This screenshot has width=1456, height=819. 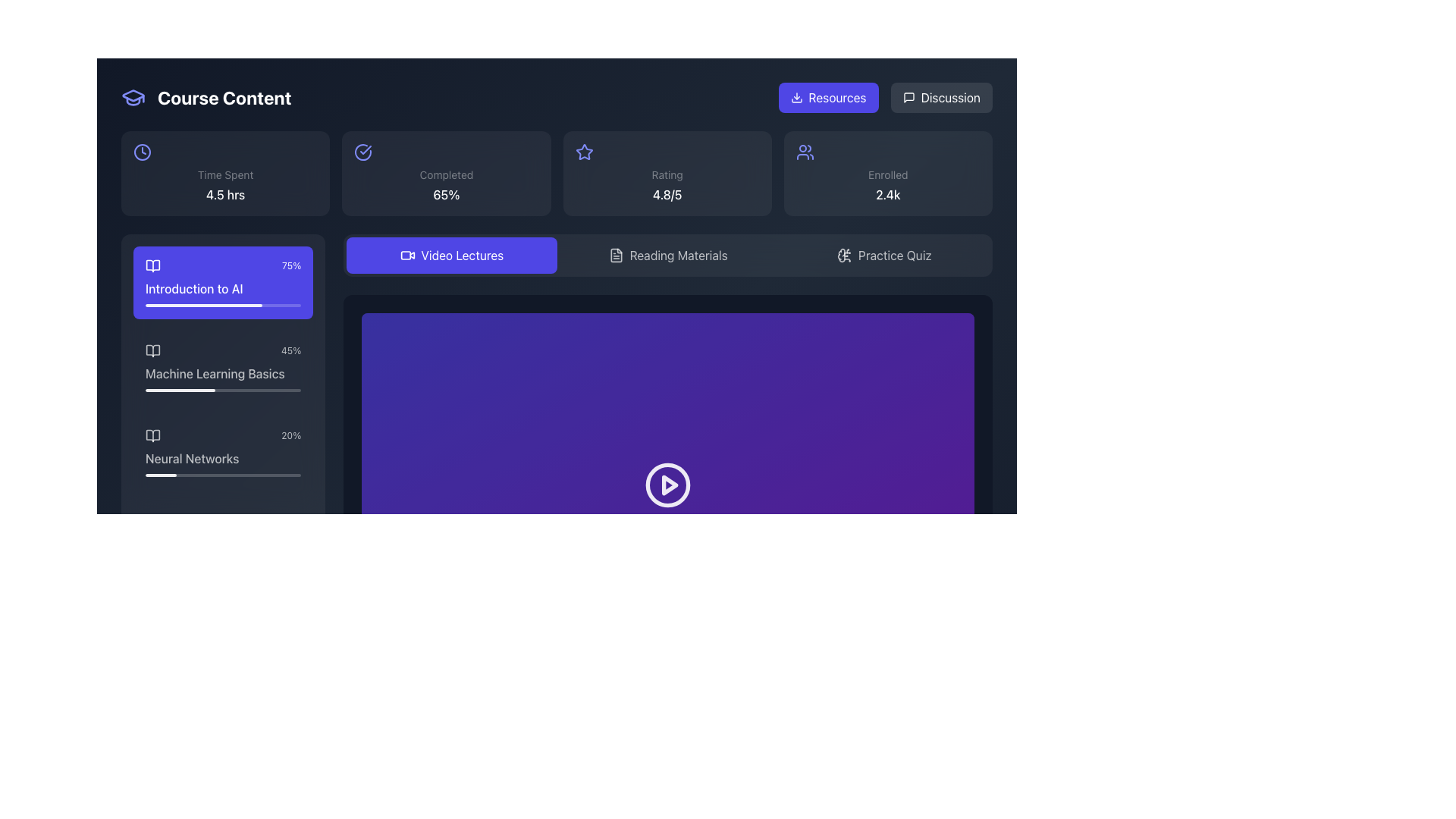 What do you see at coordinates (290, 305) in the screenshot?
I see `the progress bar` at bounding box center [290, 305].